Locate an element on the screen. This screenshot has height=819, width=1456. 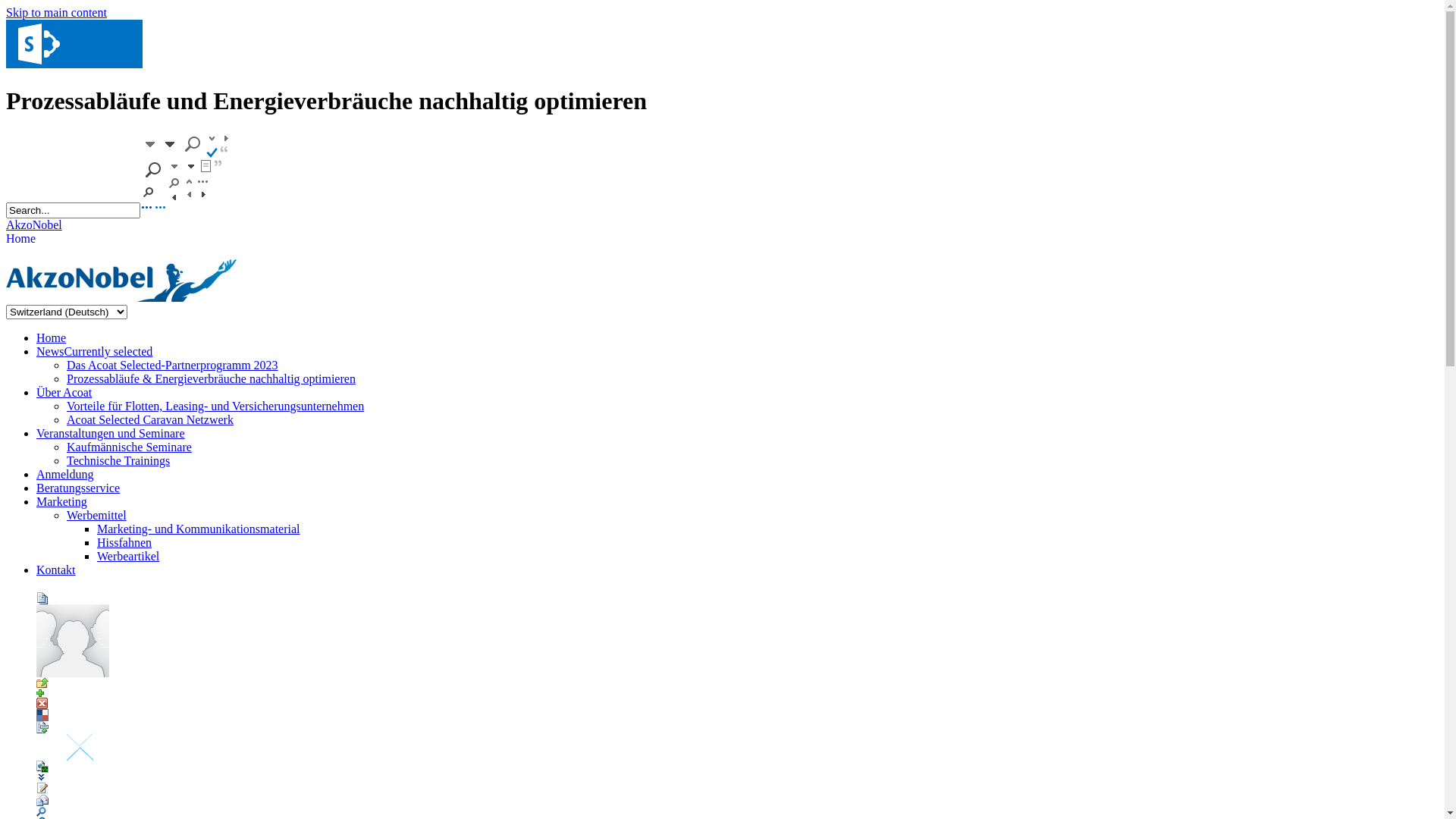
'AkzoNobel' is located at coordinates (33, 224).